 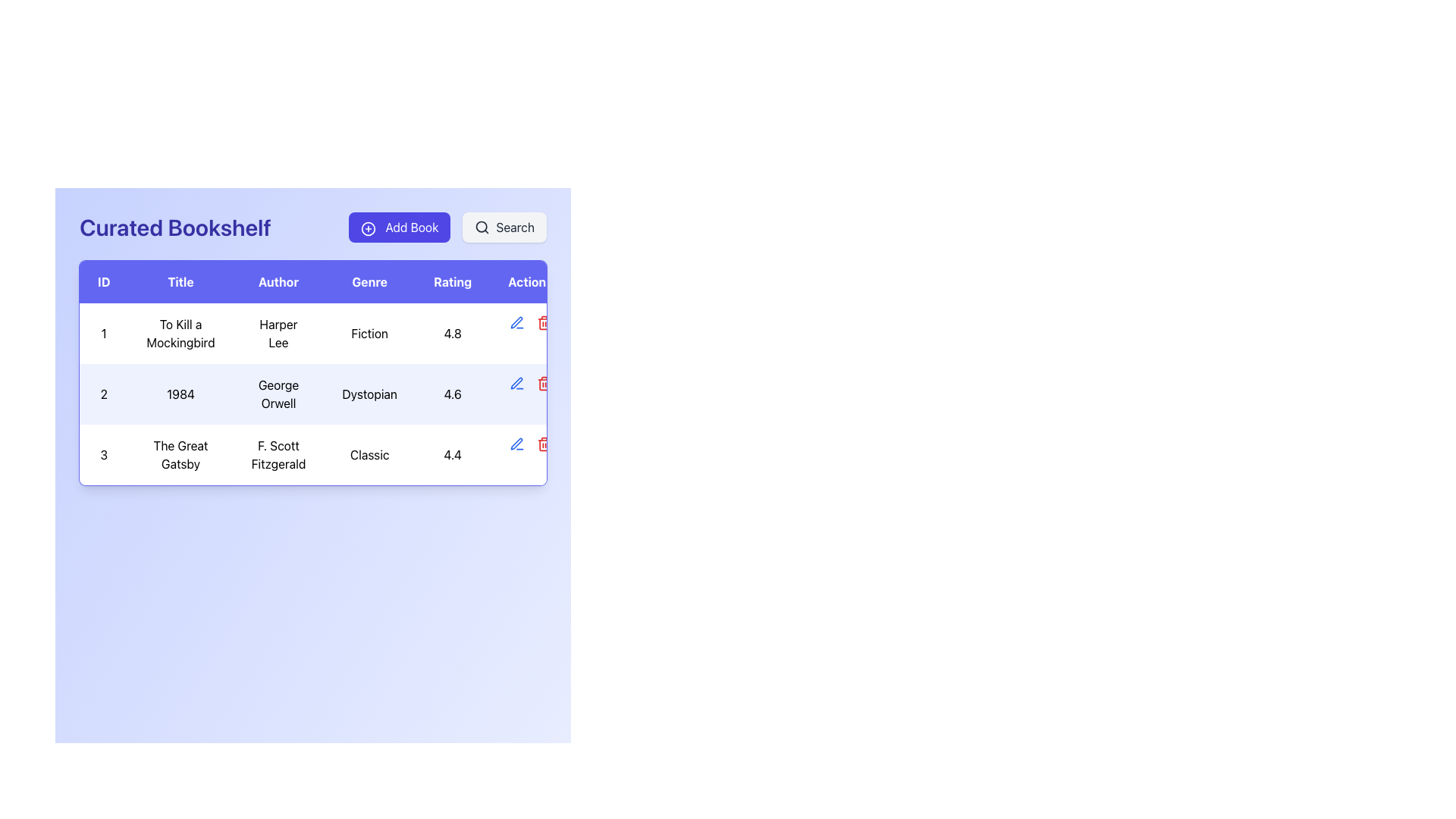 I want to click on the static text label indicating the title of the book located in the second row of the table under the 'Title' column, positioned between the 'ID' column and the 'Author' column, so click(x=180, y=394).